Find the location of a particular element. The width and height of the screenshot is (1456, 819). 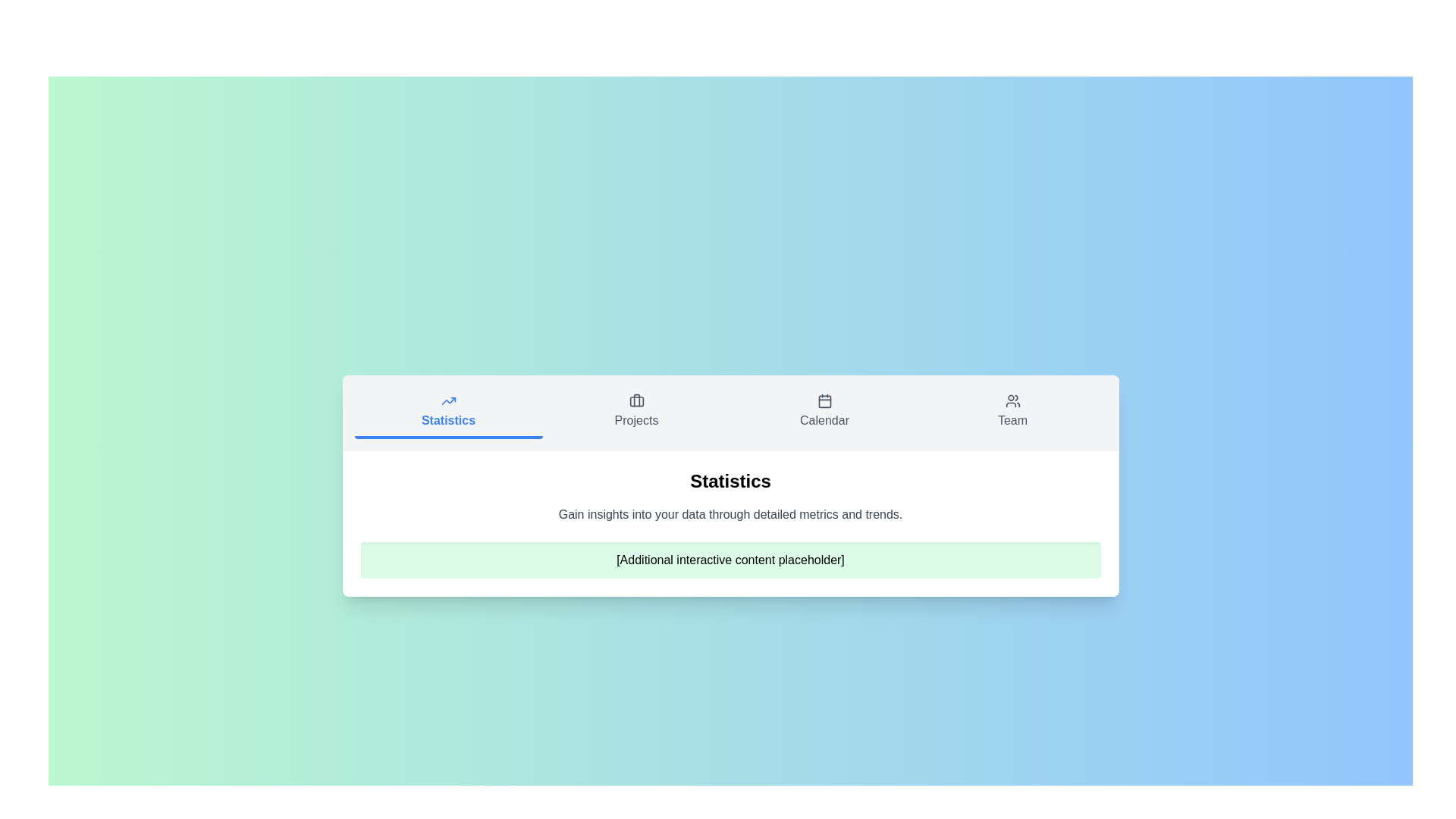

the Calendar tab is located at coordinates (824, 413).